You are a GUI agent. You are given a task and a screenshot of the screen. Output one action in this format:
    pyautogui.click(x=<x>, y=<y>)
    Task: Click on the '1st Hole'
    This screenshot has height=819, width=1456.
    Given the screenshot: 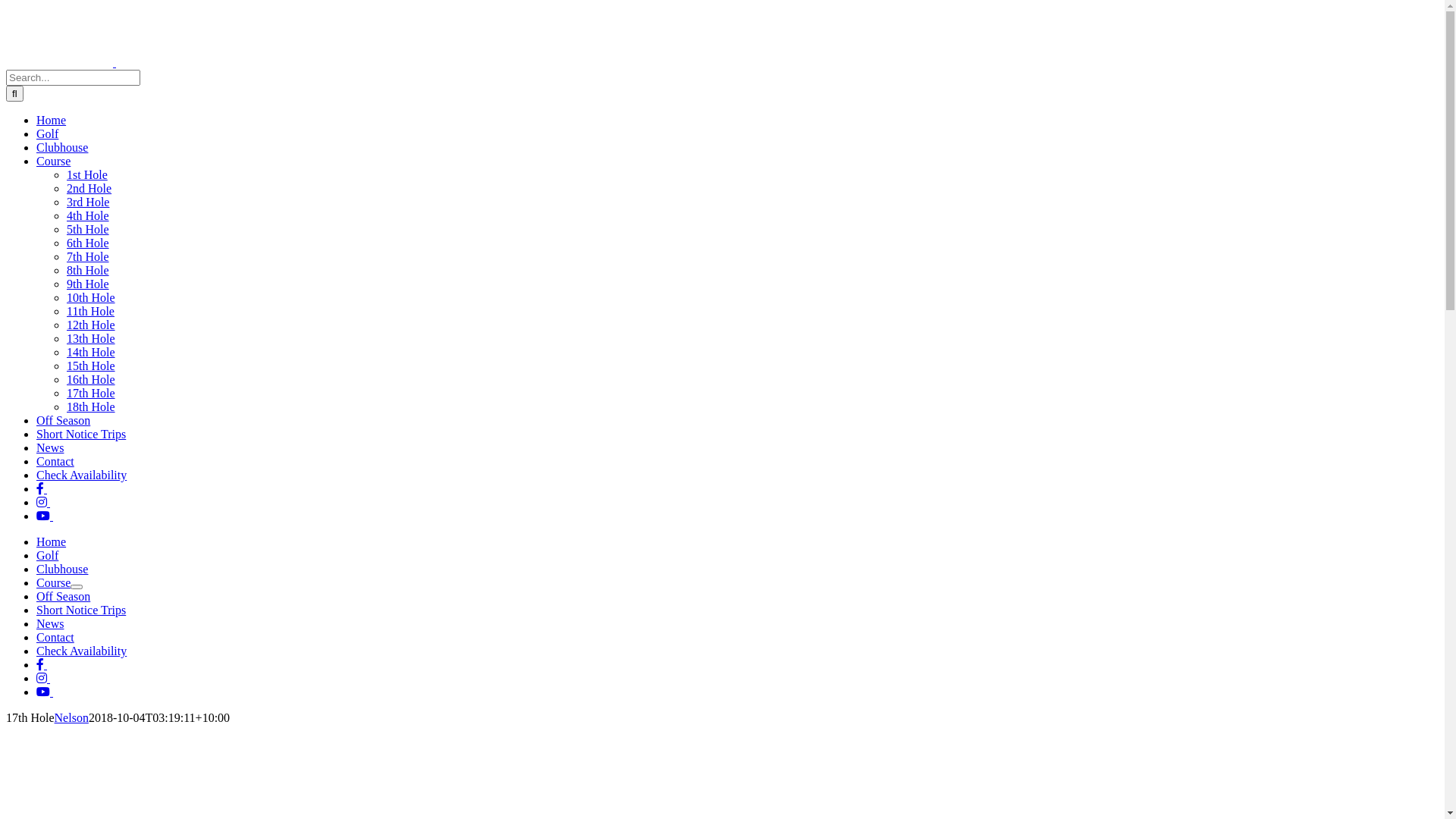 What is the action you would take?
    pyautogui.click(x=65, y=174)
    